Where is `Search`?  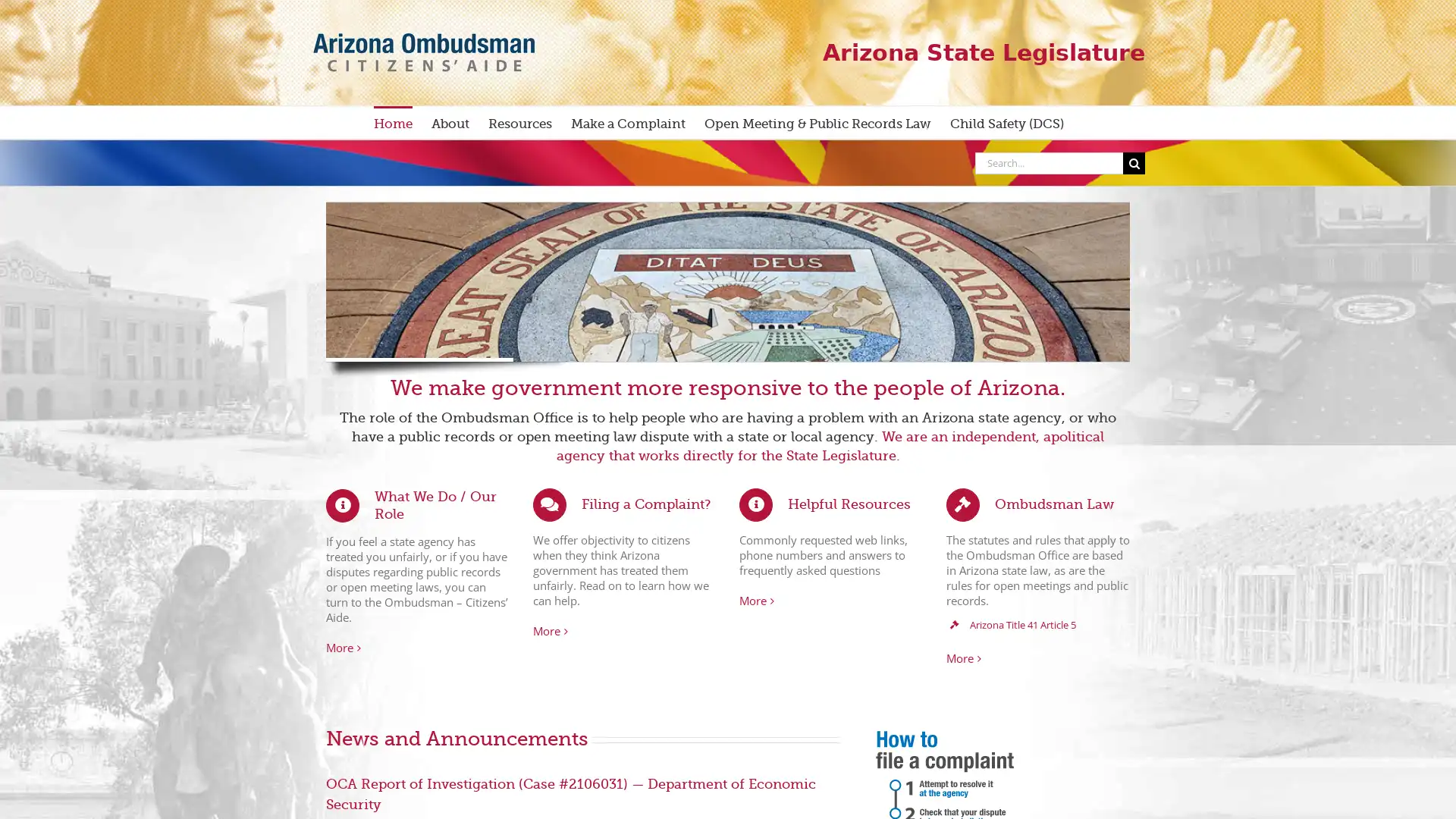
Search is located at coordinates (1134, 162).